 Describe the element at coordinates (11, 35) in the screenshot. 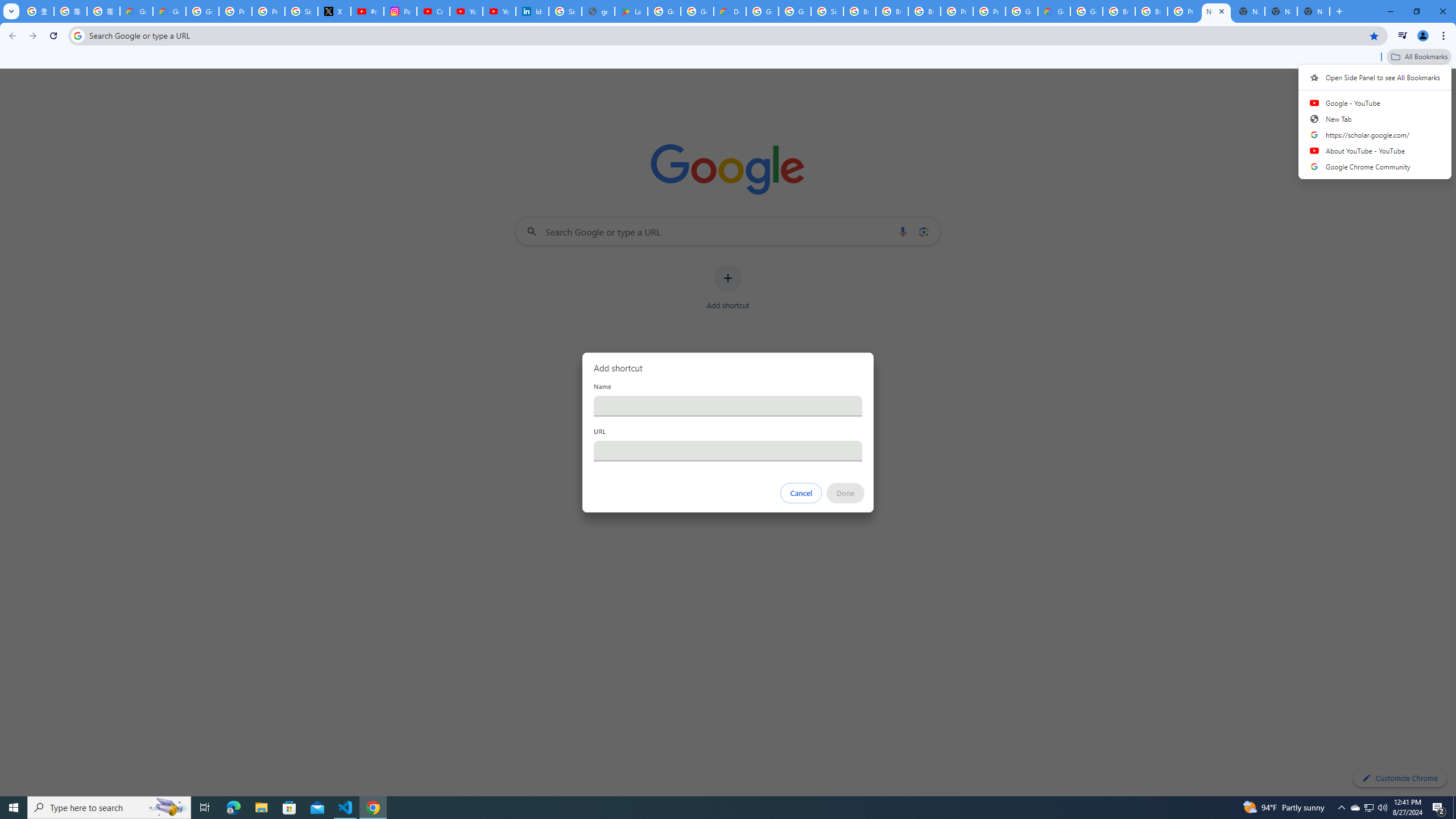

I see `'Back'` at that location.